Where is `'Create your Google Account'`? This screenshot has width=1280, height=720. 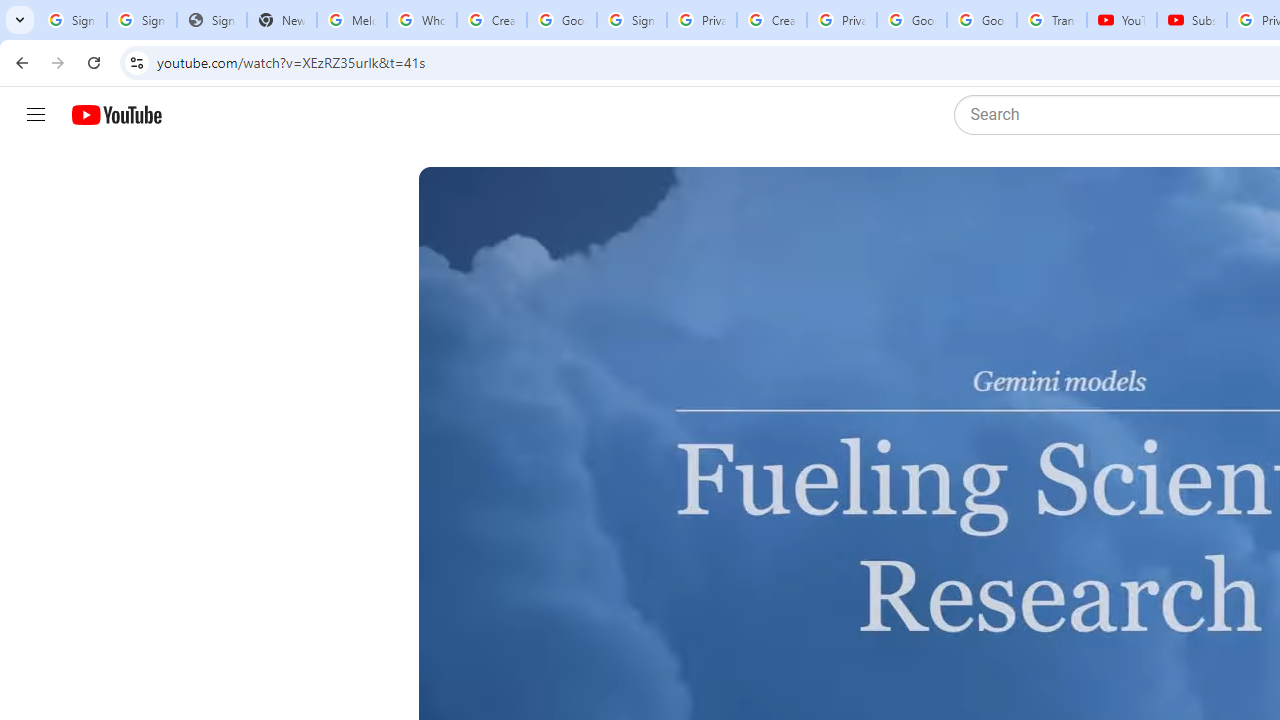 'Create your Google Account' is located at coordinates (492, 20).